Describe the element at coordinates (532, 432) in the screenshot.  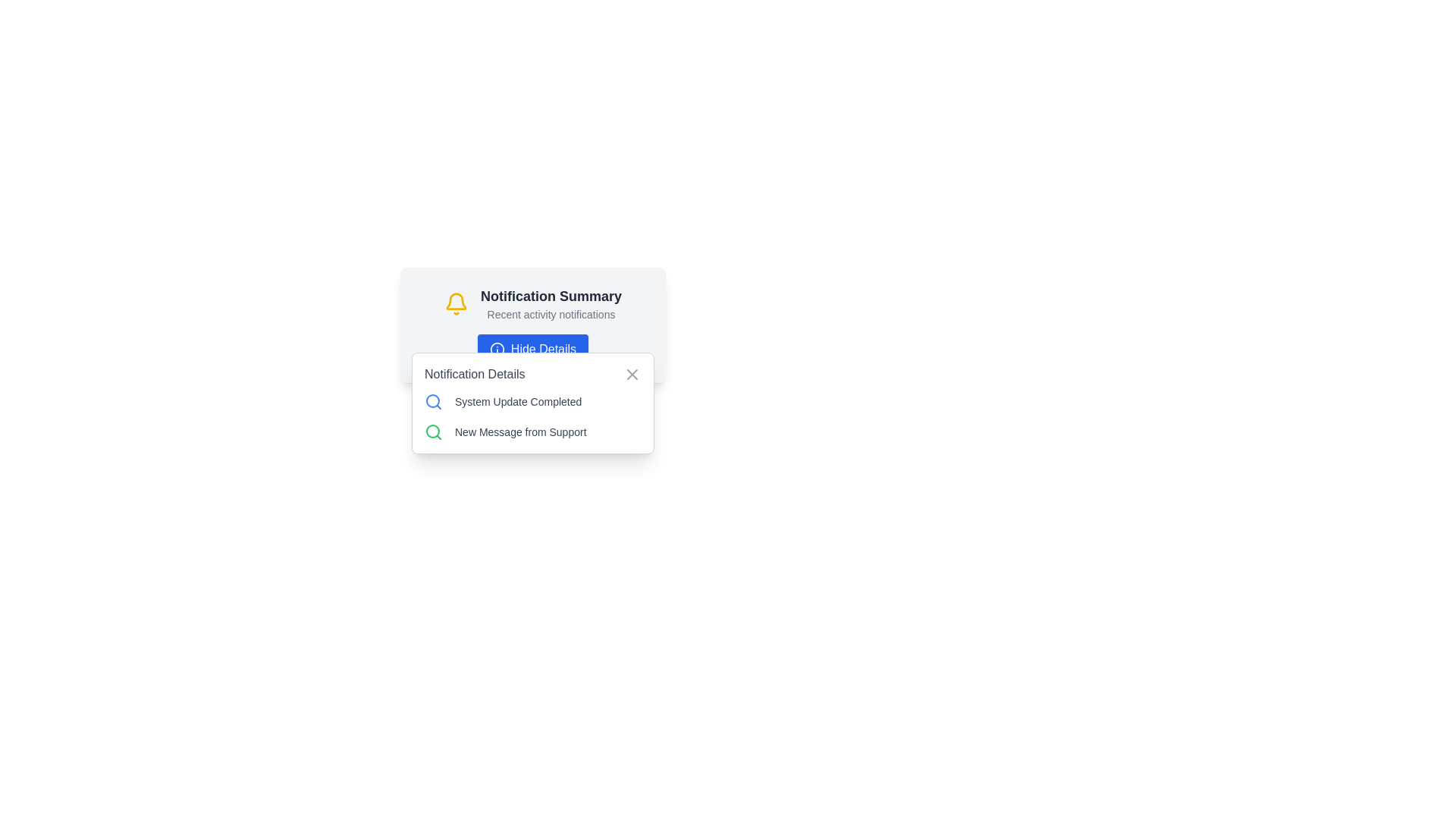
I see `the 'New Message from Support' notification entry, which is the second item in the 'Notification Details' box, located below 'System Update Completed'` at that location.